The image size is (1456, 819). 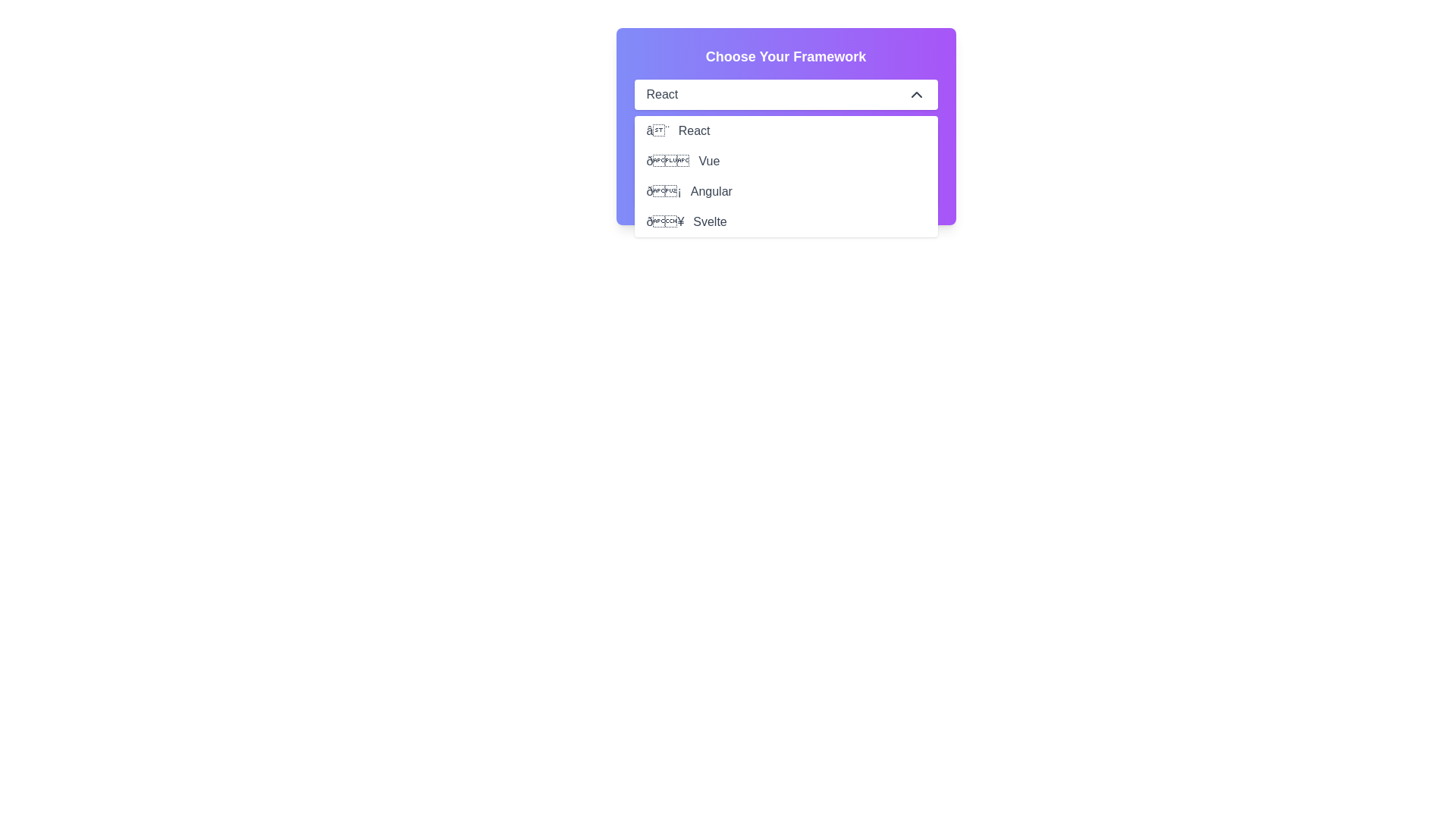 I want to click on the black sparkle or star icon preceding the text 'React' in the dropdown list, so click(x=657, y=130).